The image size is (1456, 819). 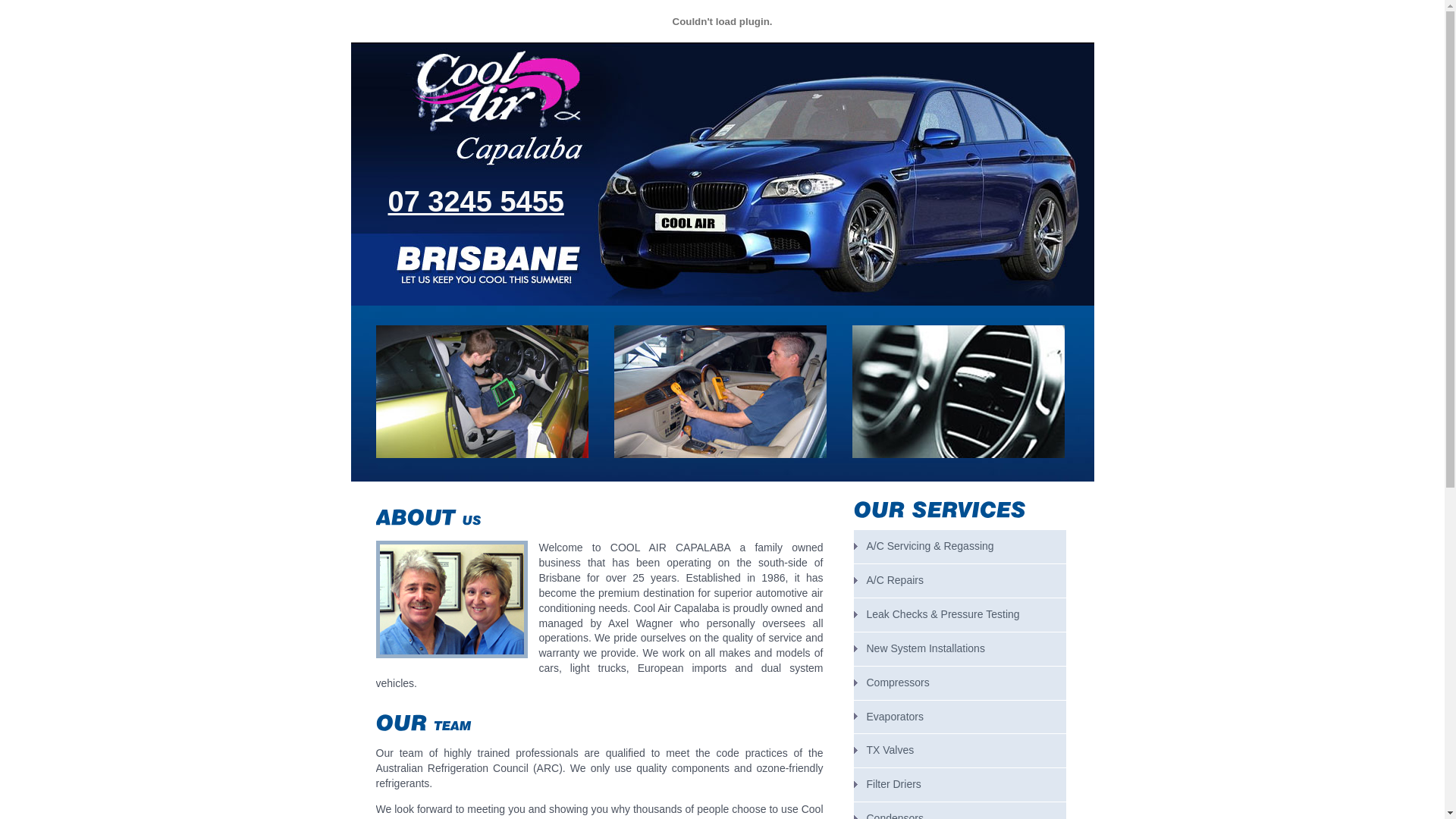 I want to click on 'Compressors', so click(x=959, y=683).